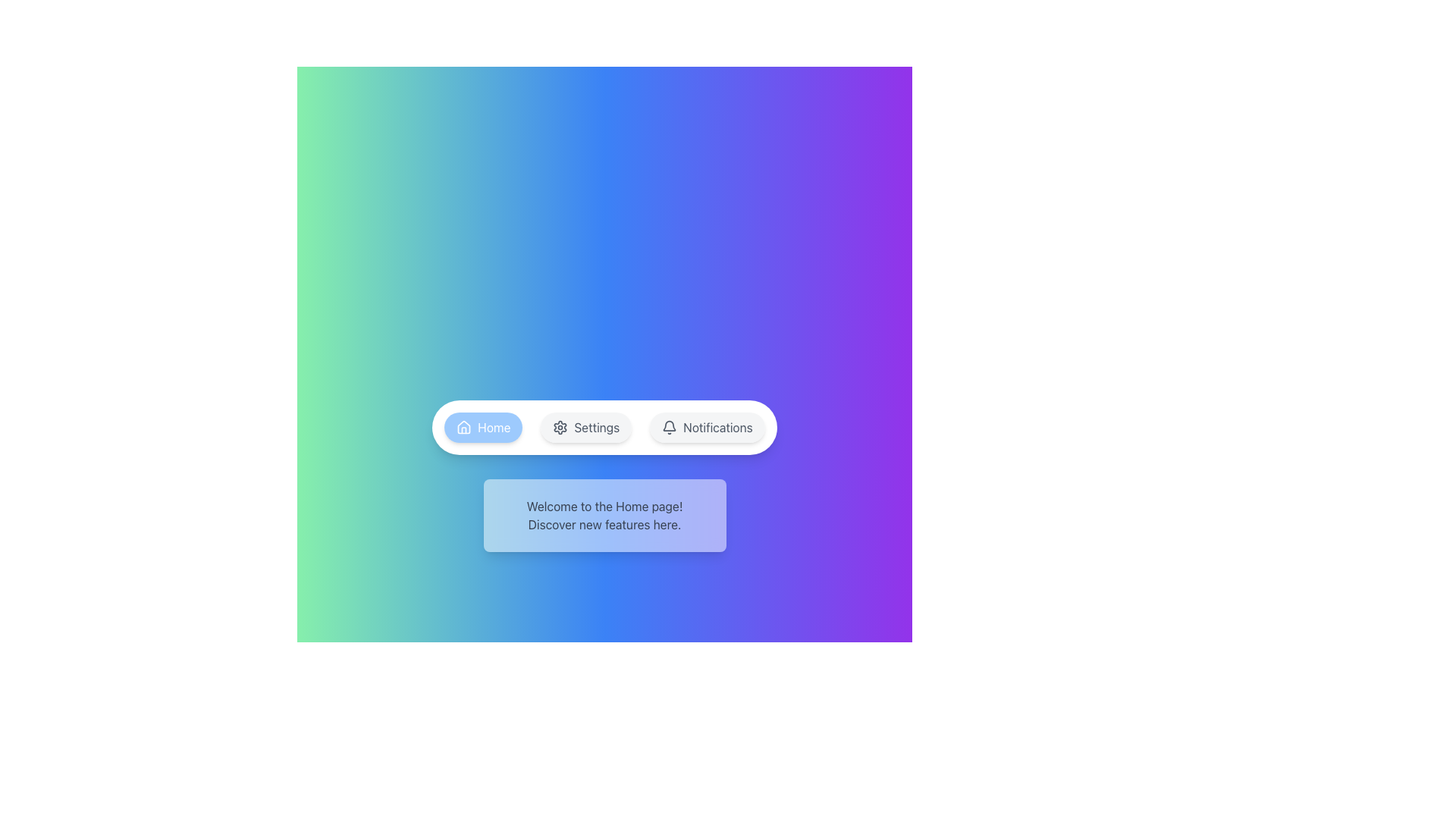 This screenshot has height=819, width=1456. I want to click on the horizontal navigation bar with a white background and rounded corners, which contains the buttons 'Home', 'Settings', and 'Notifications', so click(604, 427).